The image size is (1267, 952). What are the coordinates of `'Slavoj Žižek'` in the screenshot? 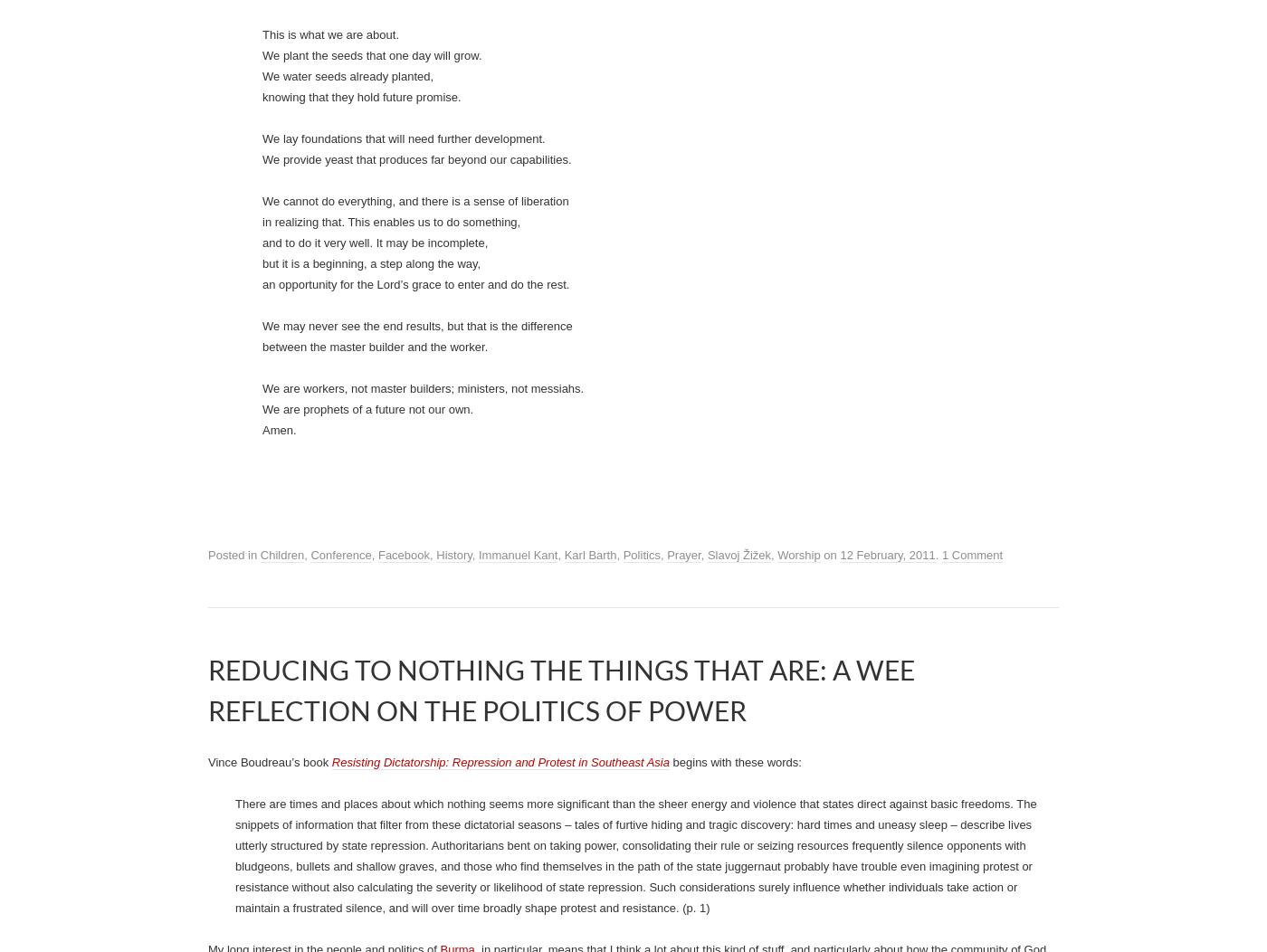 It's located at (341, 173).